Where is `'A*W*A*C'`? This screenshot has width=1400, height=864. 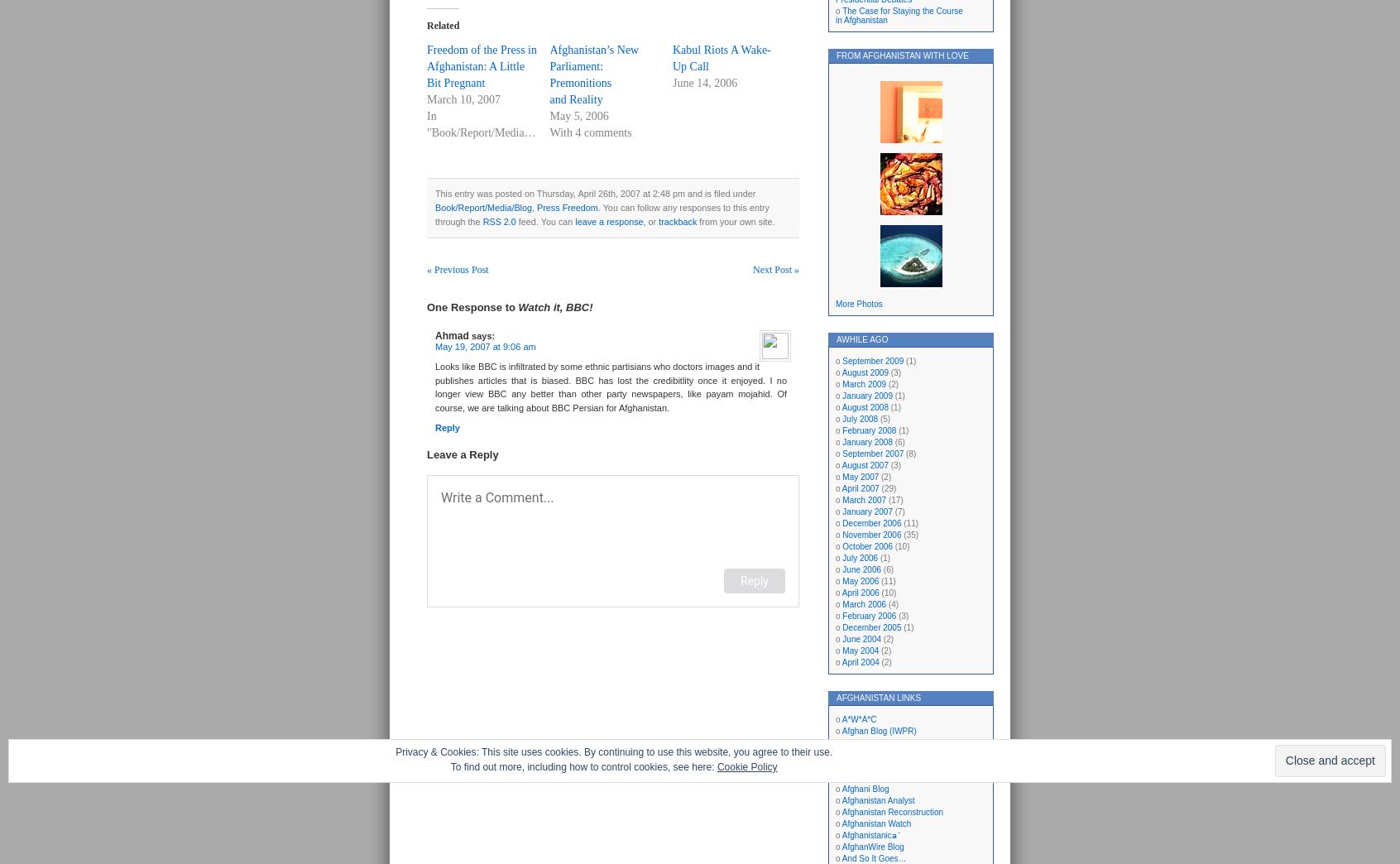
'A*W*A*C' is located at coordinates (858, 719).